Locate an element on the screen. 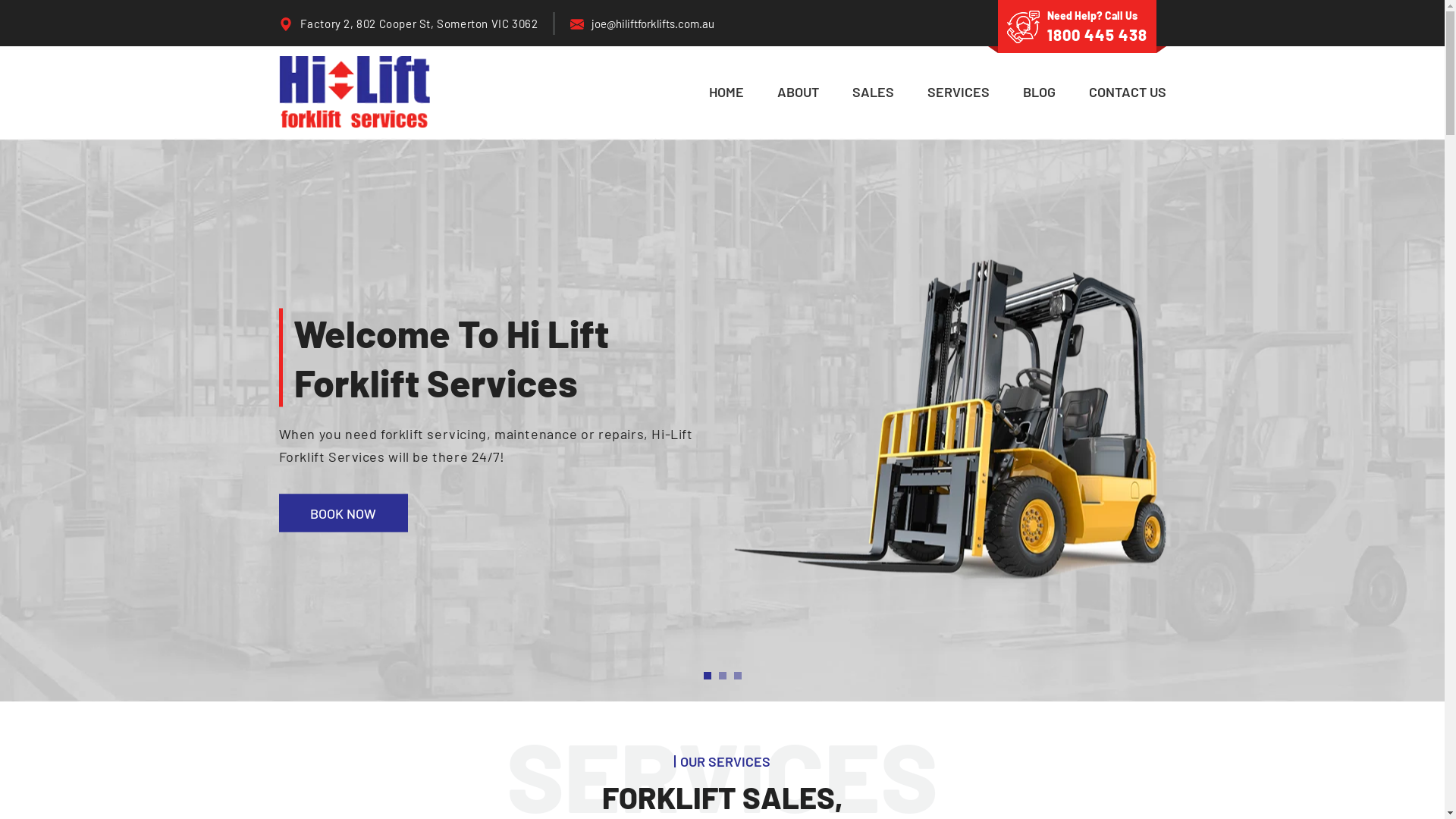  'ABOUT' is located at coordinates (796, 92).